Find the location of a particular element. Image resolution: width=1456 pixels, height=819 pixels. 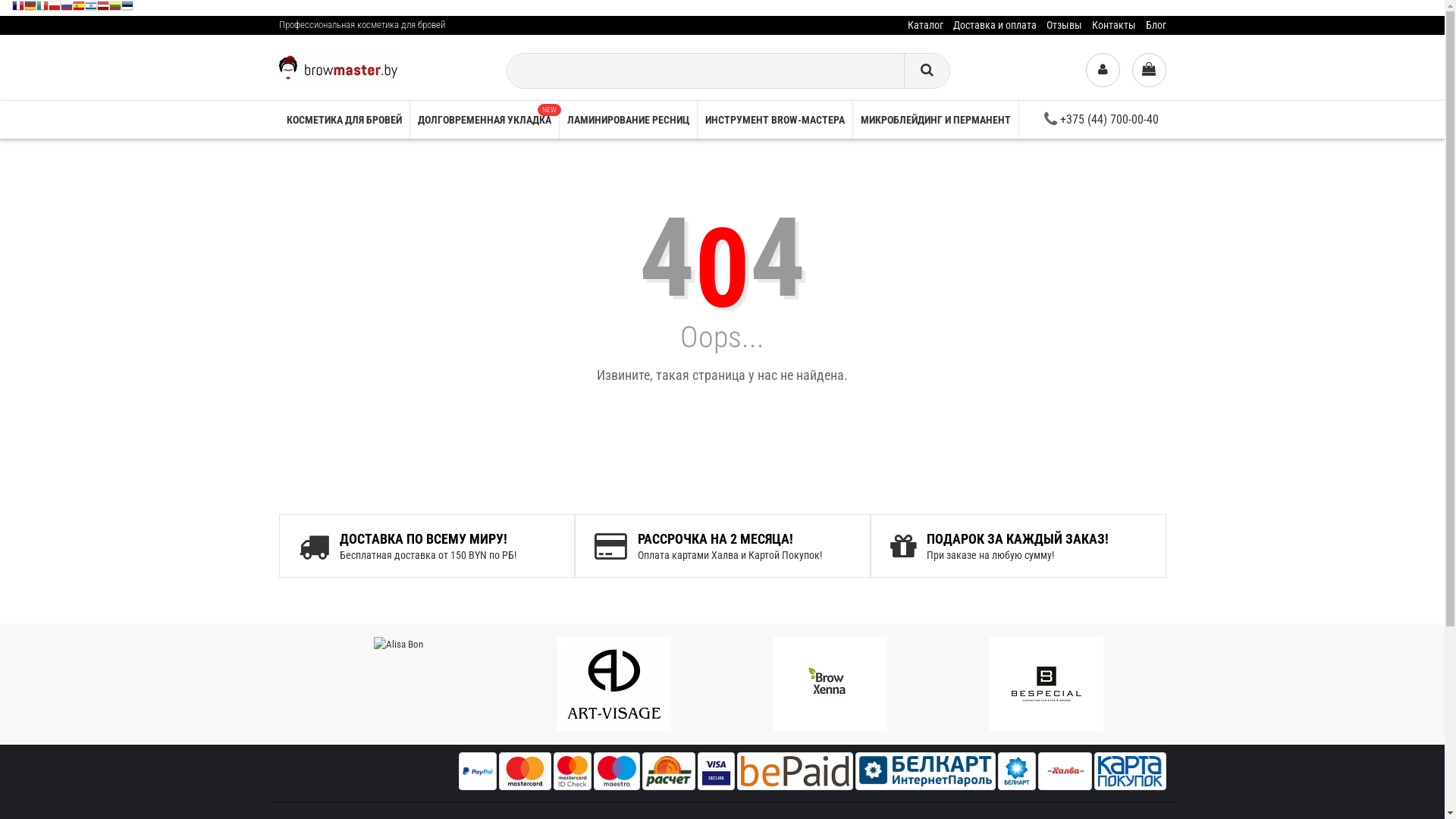

'Master Card' is located at coordinates (525, 771).